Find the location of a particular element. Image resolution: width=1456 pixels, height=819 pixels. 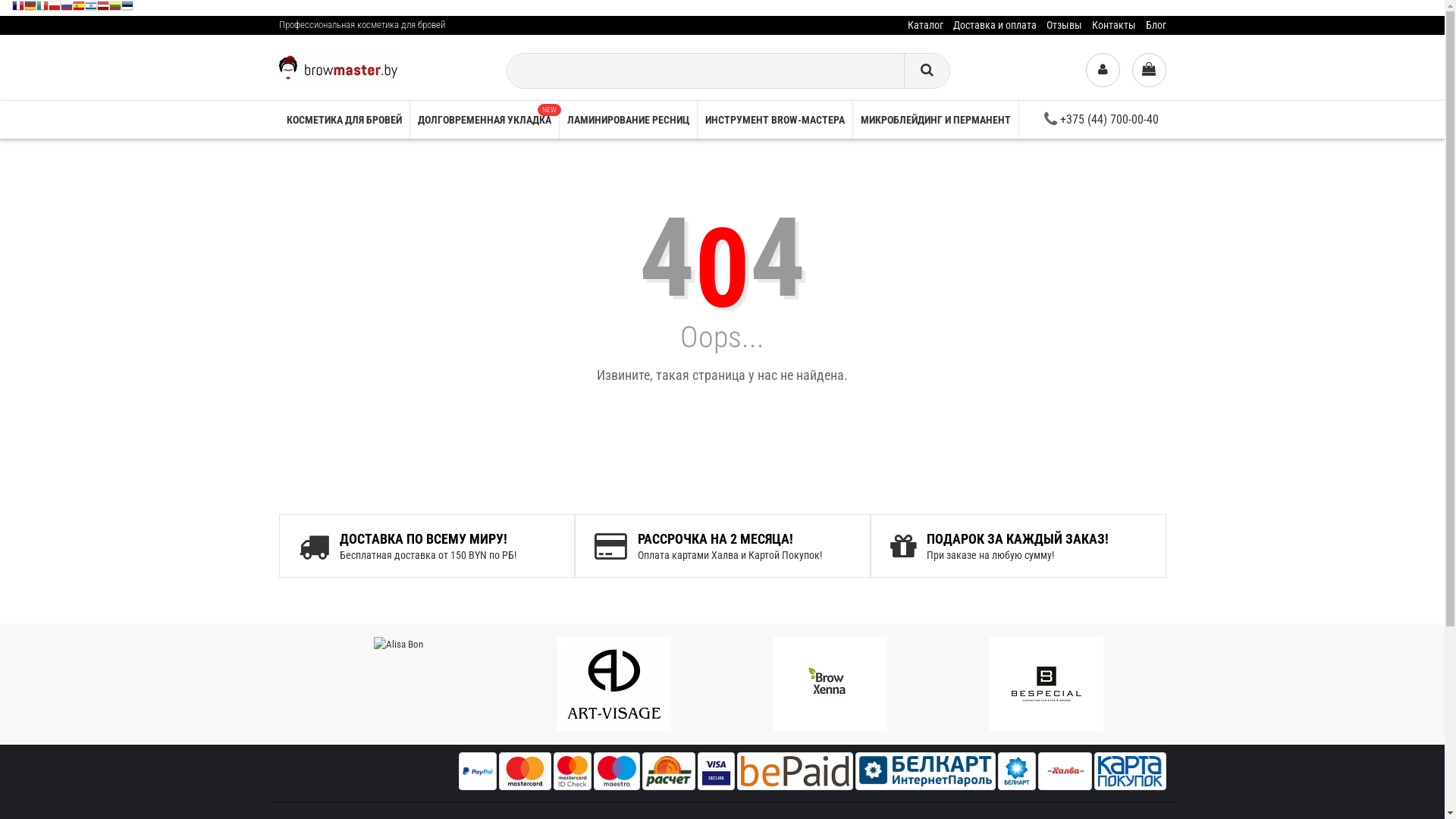

'Master Card' is located at coordinates (525, 771).